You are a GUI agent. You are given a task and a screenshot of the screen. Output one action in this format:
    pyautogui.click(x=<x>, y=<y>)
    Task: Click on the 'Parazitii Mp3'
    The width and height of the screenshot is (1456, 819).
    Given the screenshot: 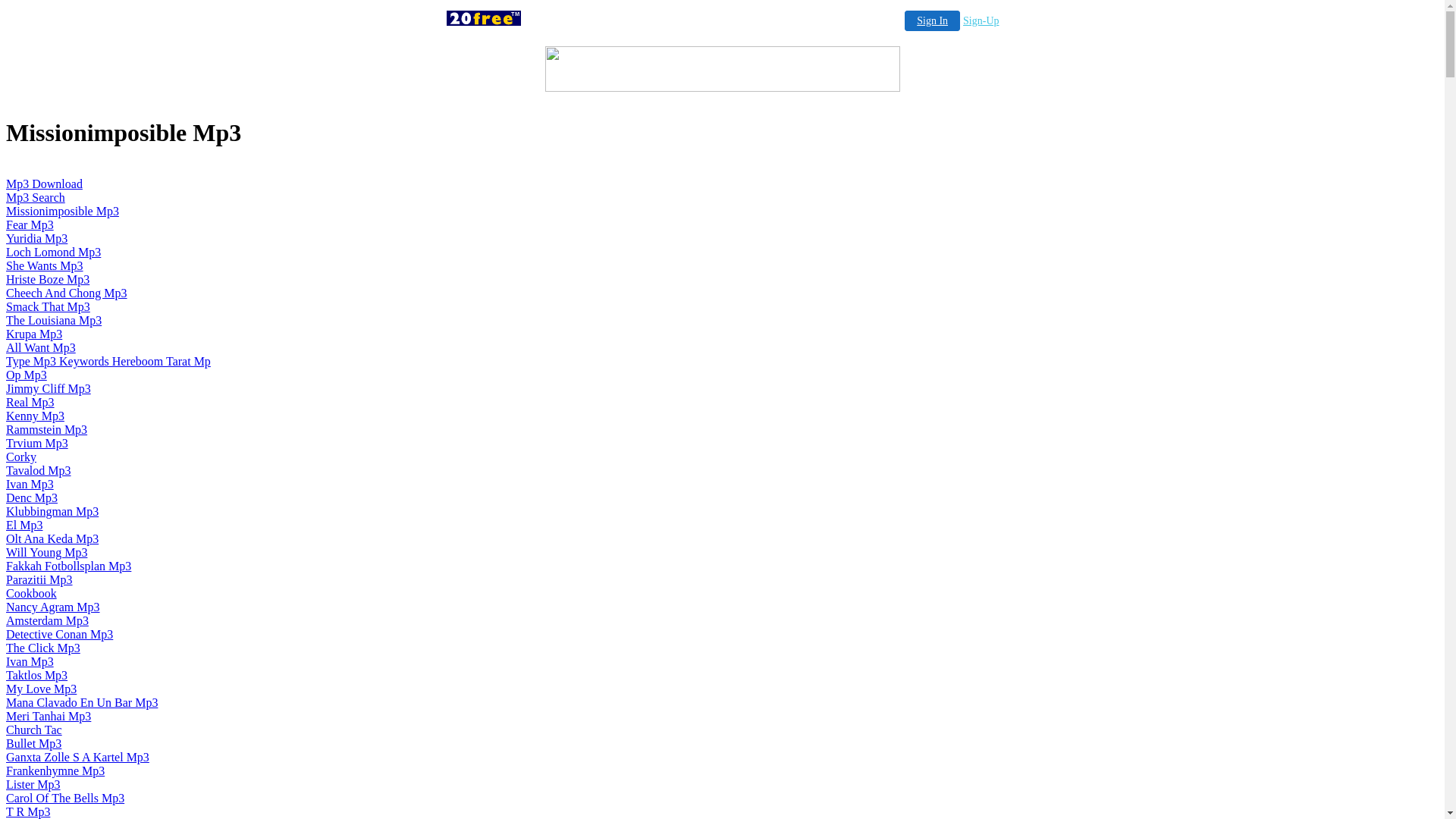 What is the action you would take?
    pyautogui.click(x=6, y=579)
    